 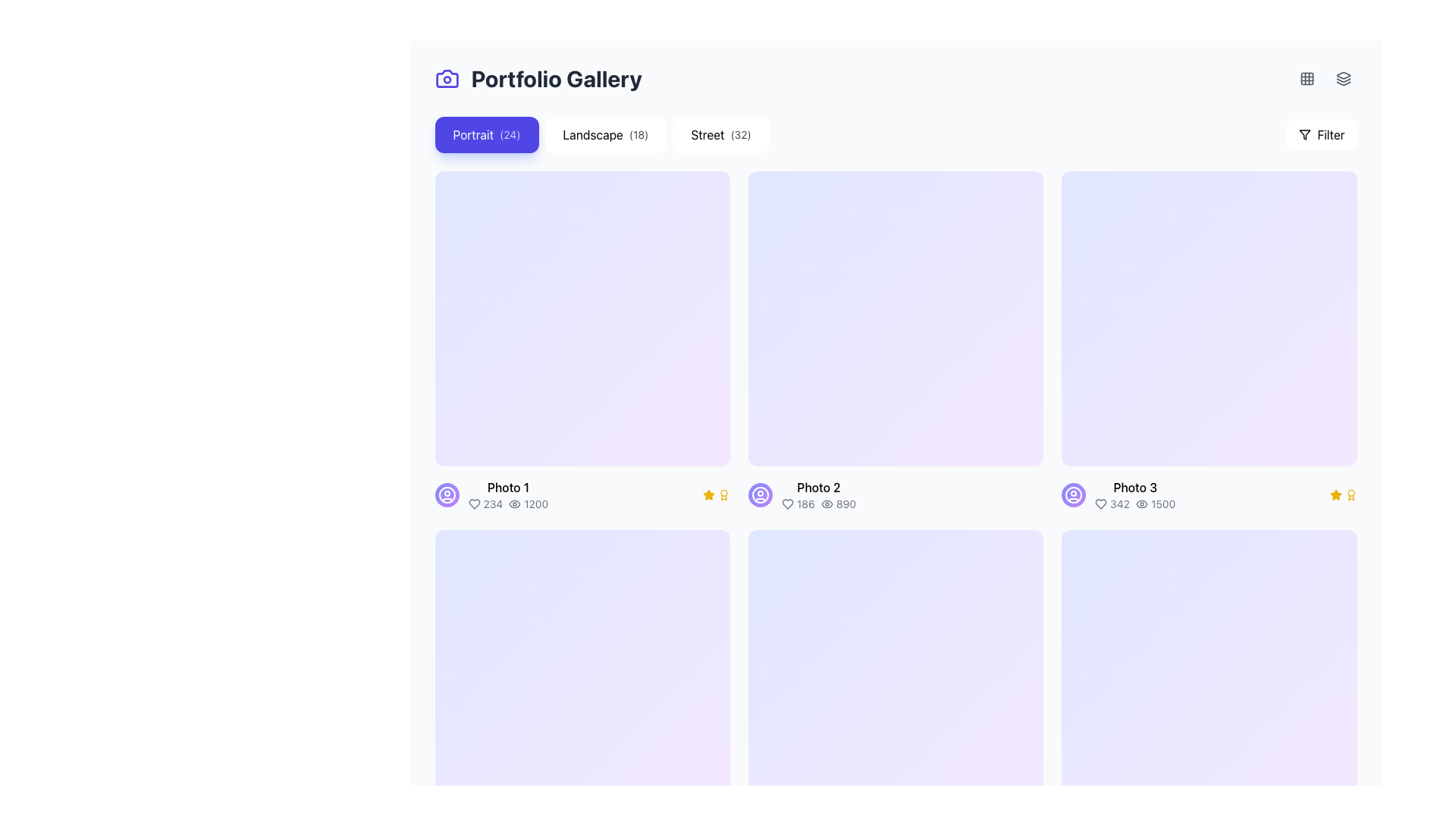 What do you see at coordinates (639, 133) in the screenshot?
I see `the count displayed in the text label next to the 'Landscape' tab, which indicates the number of items in the 'Landscape' category` at bounding box center [639, 133].